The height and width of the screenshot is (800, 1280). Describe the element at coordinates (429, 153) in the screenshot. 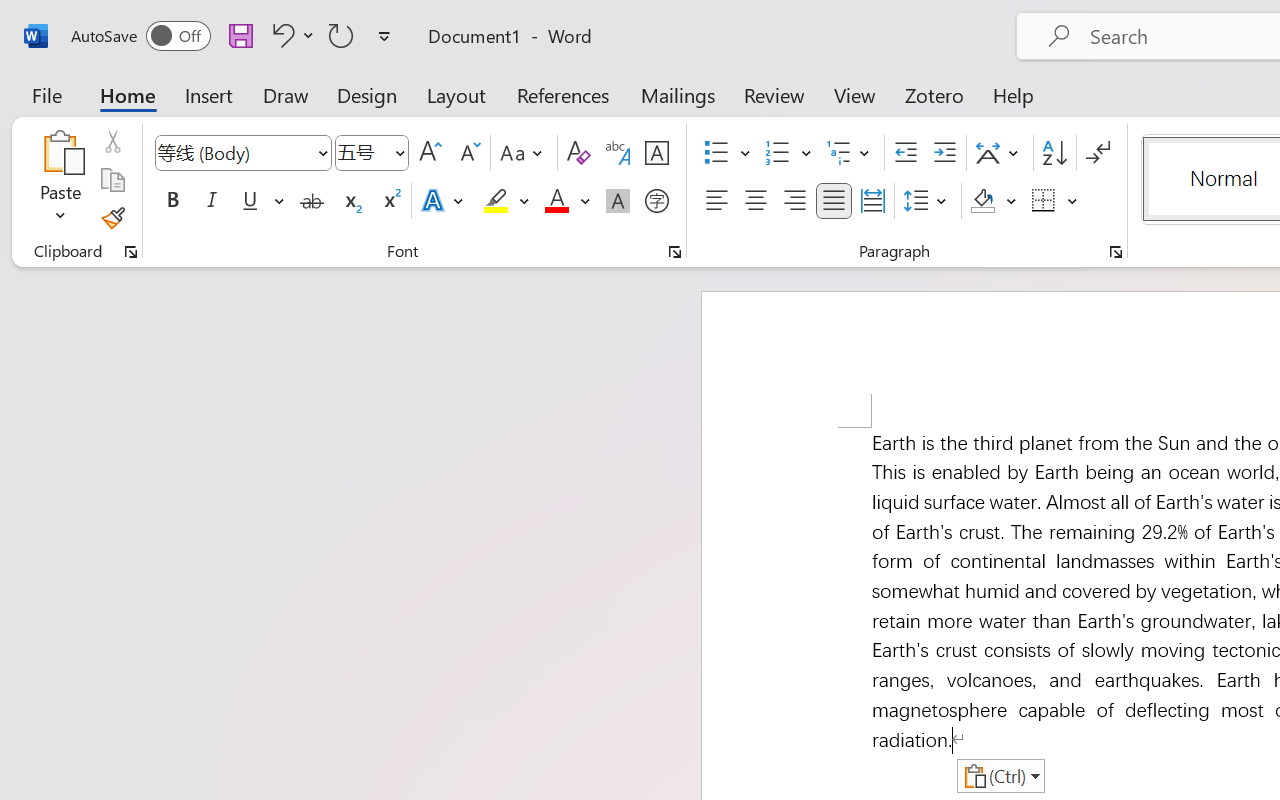

I see `'Grow Font'` at that location.